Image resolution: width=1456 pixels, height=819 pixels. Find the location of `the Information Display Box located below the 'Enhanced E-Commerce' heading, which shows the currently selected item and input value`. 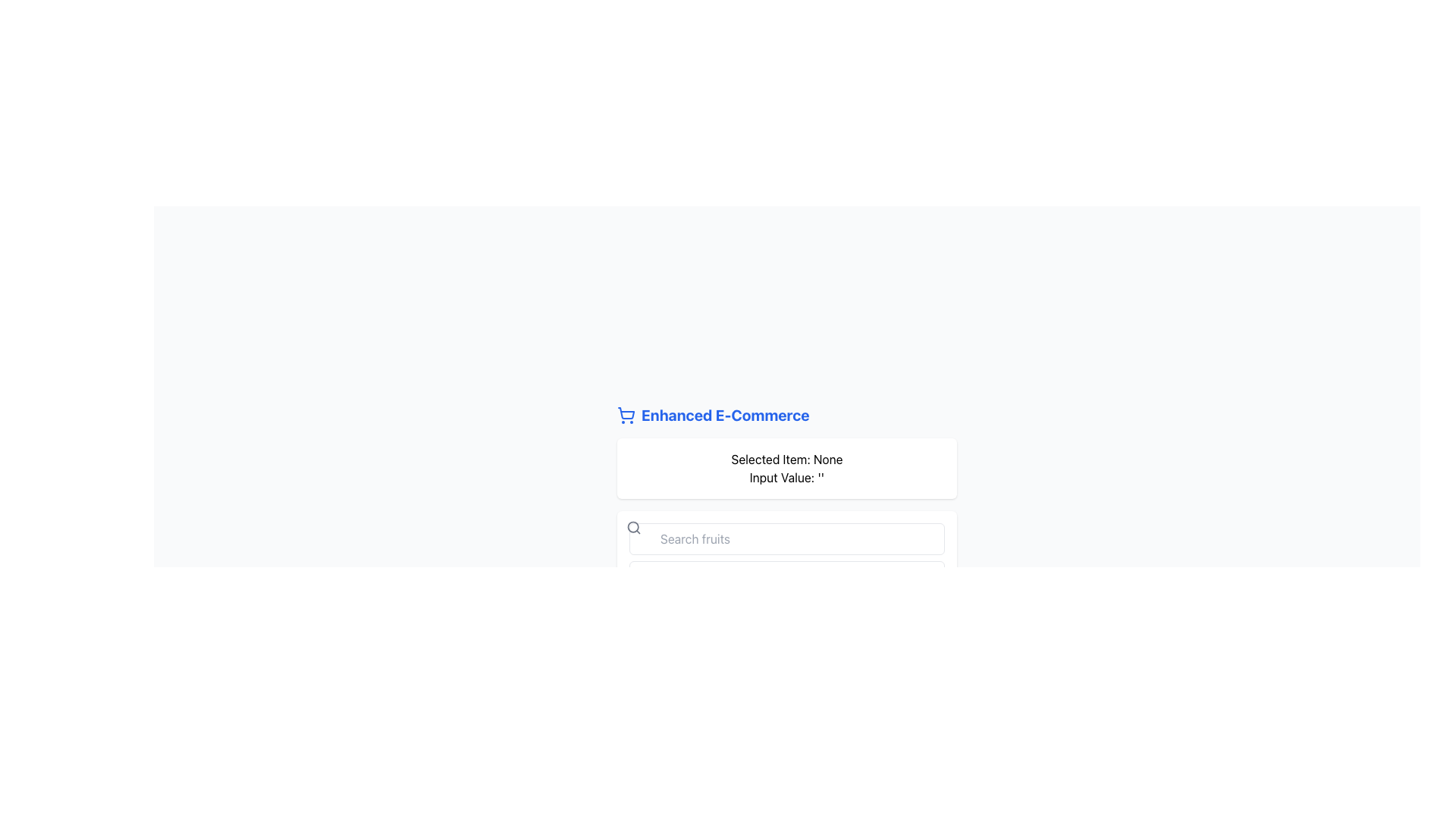

the Information Display Box located below the 'Enhanced E-Commerce' heading, which shows the currently selected item and input value is located at coordinates (786, 467).